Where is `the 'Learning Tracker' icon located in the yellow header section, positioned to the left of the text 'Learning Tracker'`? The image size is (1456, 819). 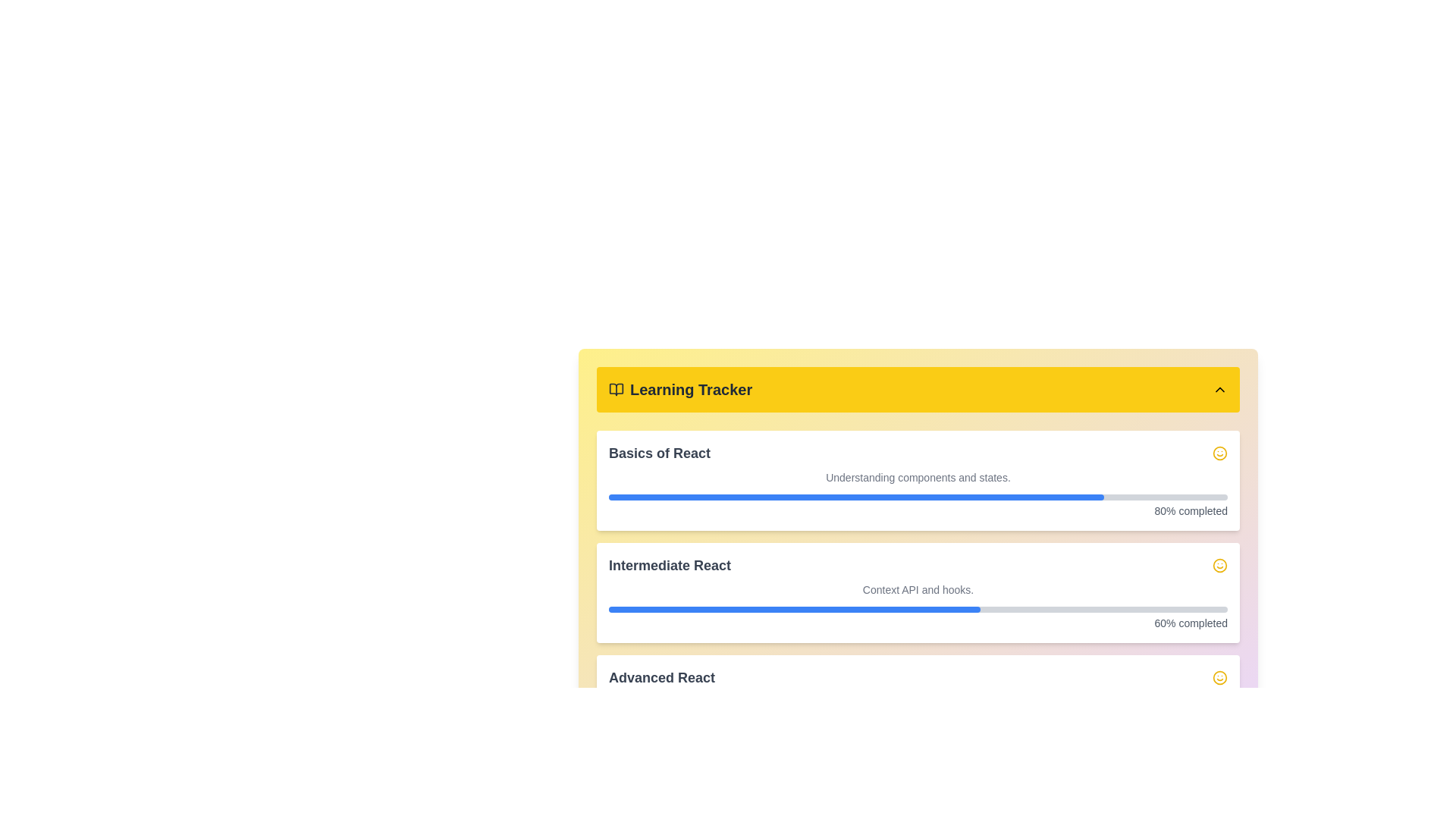
the 'Learning Tracker' icon located in the yellow header section, positioned to the left of the text 'Learning Tracker' is located at coordinates (616, 388).